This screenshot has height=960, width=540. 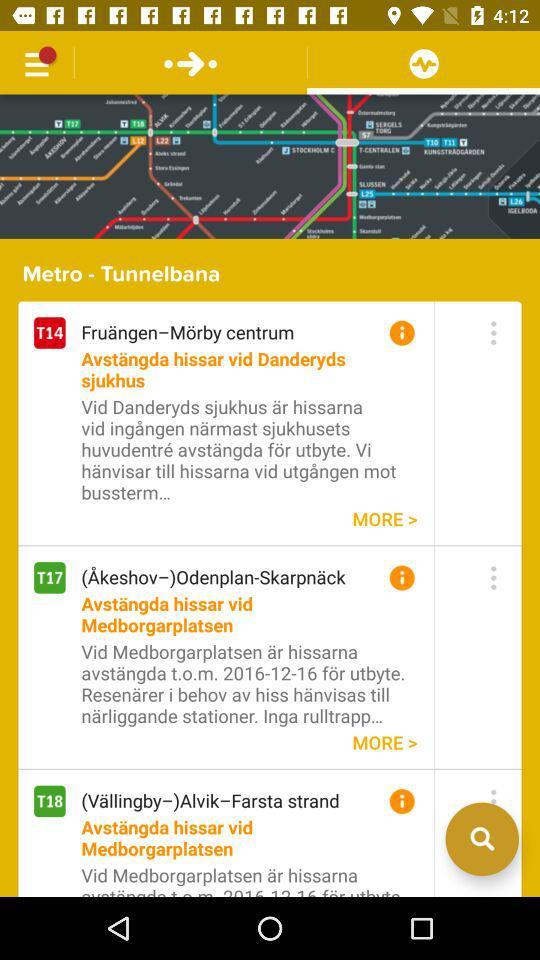 What do you see at coordinates (481, 897) in the screenshot?
I see `the search icon` at bounding box center [481, 897].